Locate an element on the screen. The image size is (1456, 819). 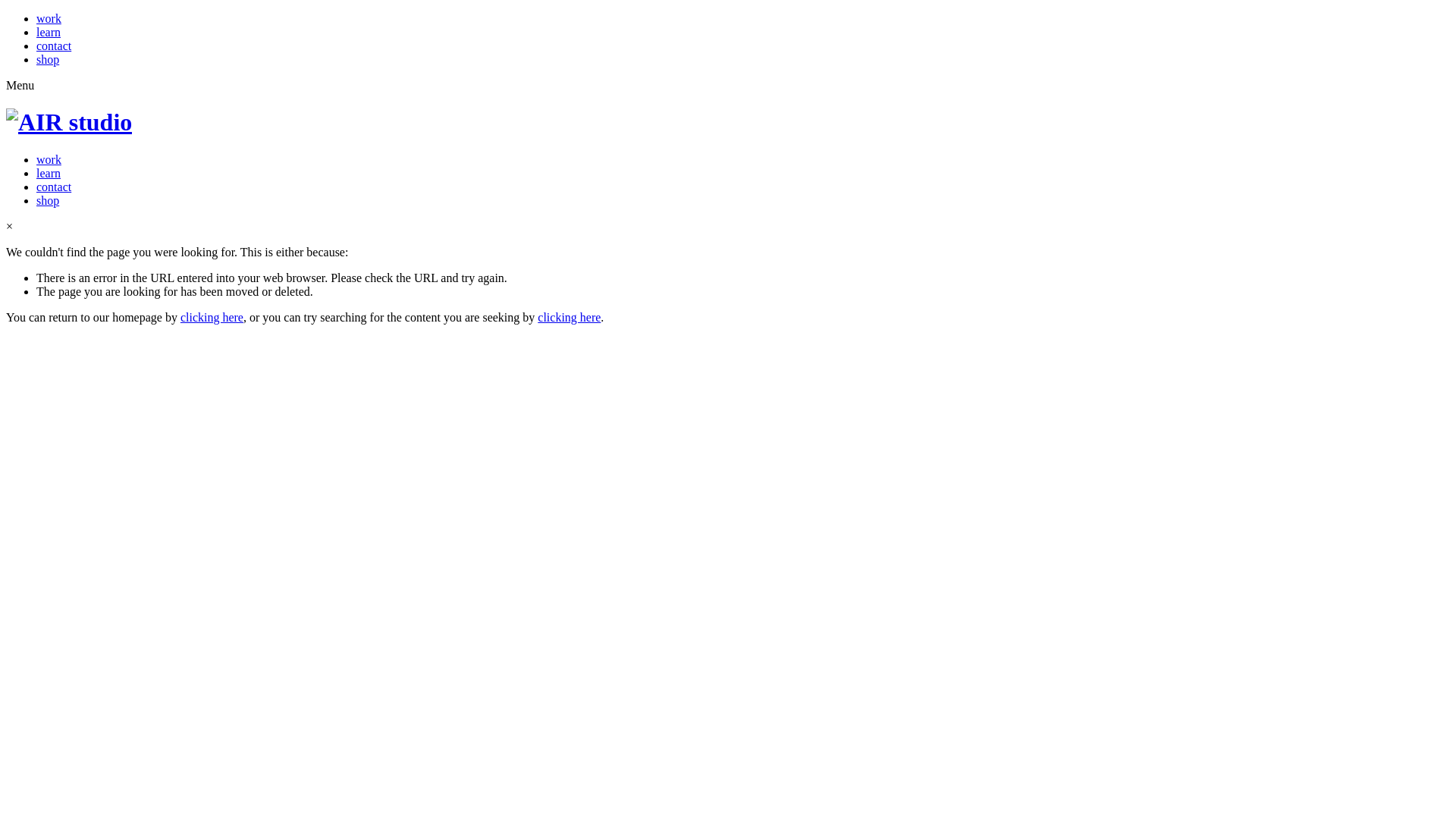
'work' is located at coordinates (49, 159).